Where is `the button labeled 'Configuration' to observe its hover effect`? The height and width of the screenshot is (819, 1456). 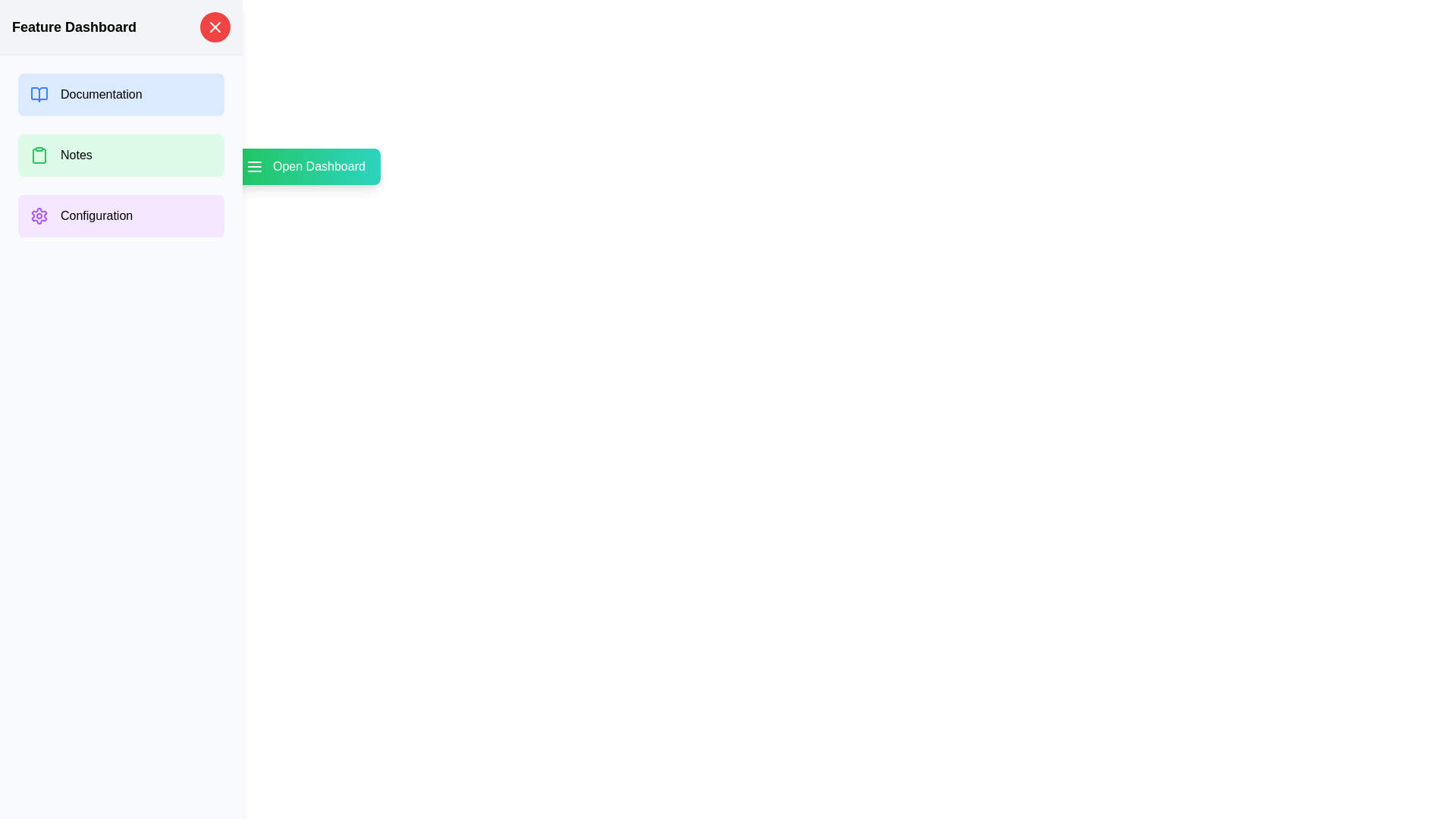
the button labeled 'Configuration' to observe its hover effect is located at coordinates (120, 216).